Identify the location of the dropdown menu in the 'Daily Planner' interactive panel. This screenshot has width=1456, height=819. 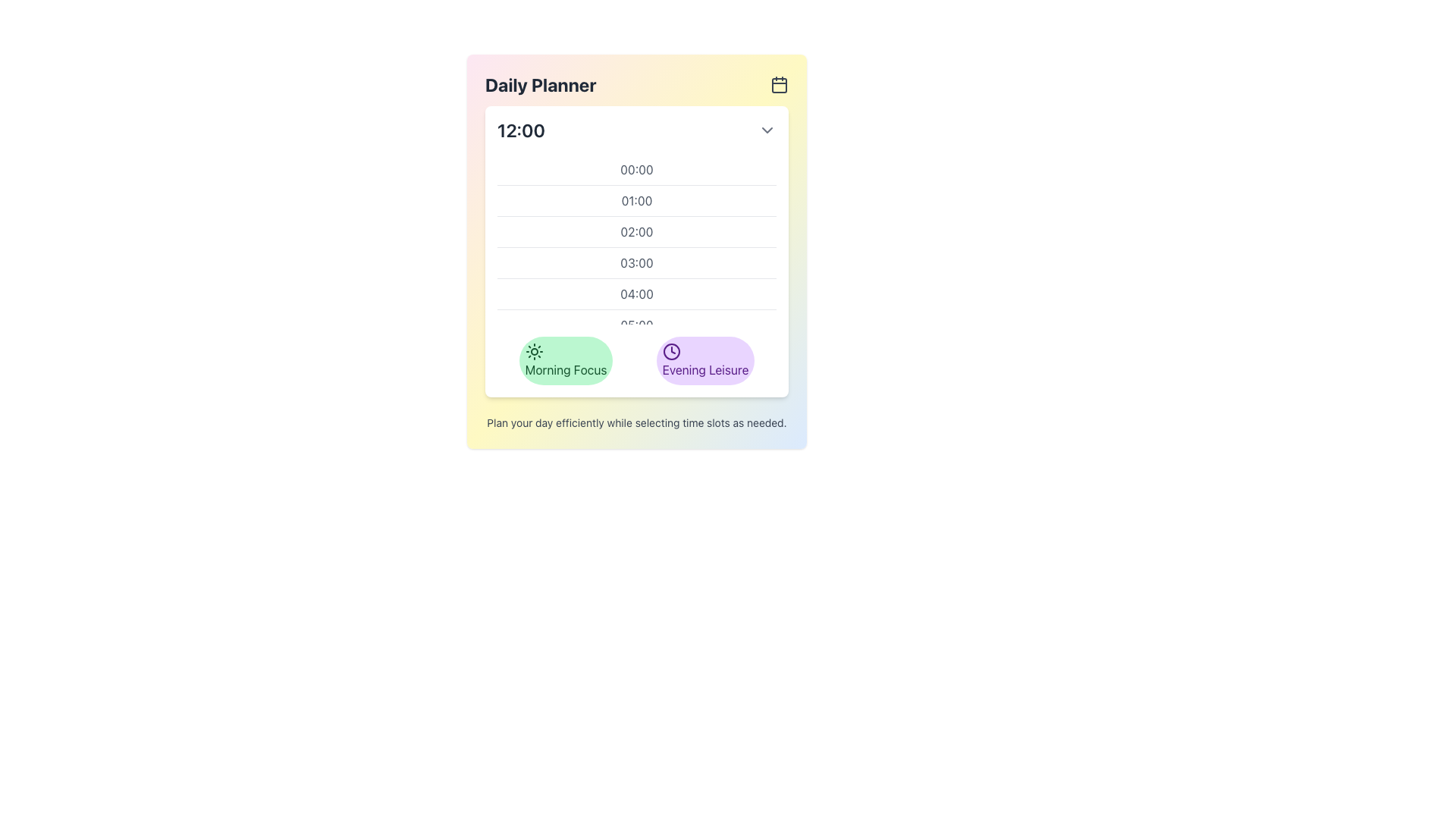
(637, 250).